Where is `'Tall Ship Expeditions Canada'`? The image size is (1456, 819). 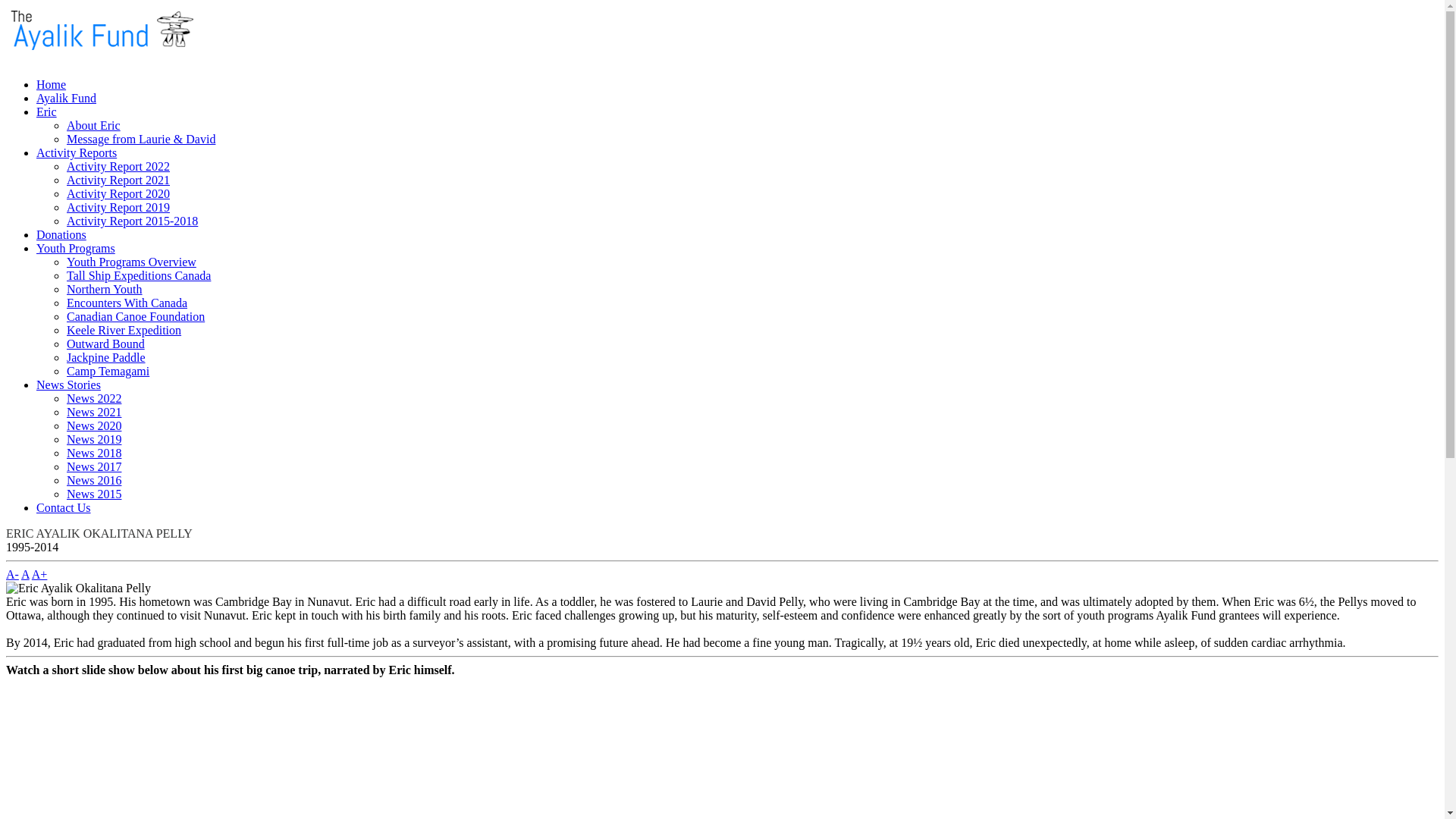 'Tall Ship Expeditions Canada' is located at coordinates (138, 275).